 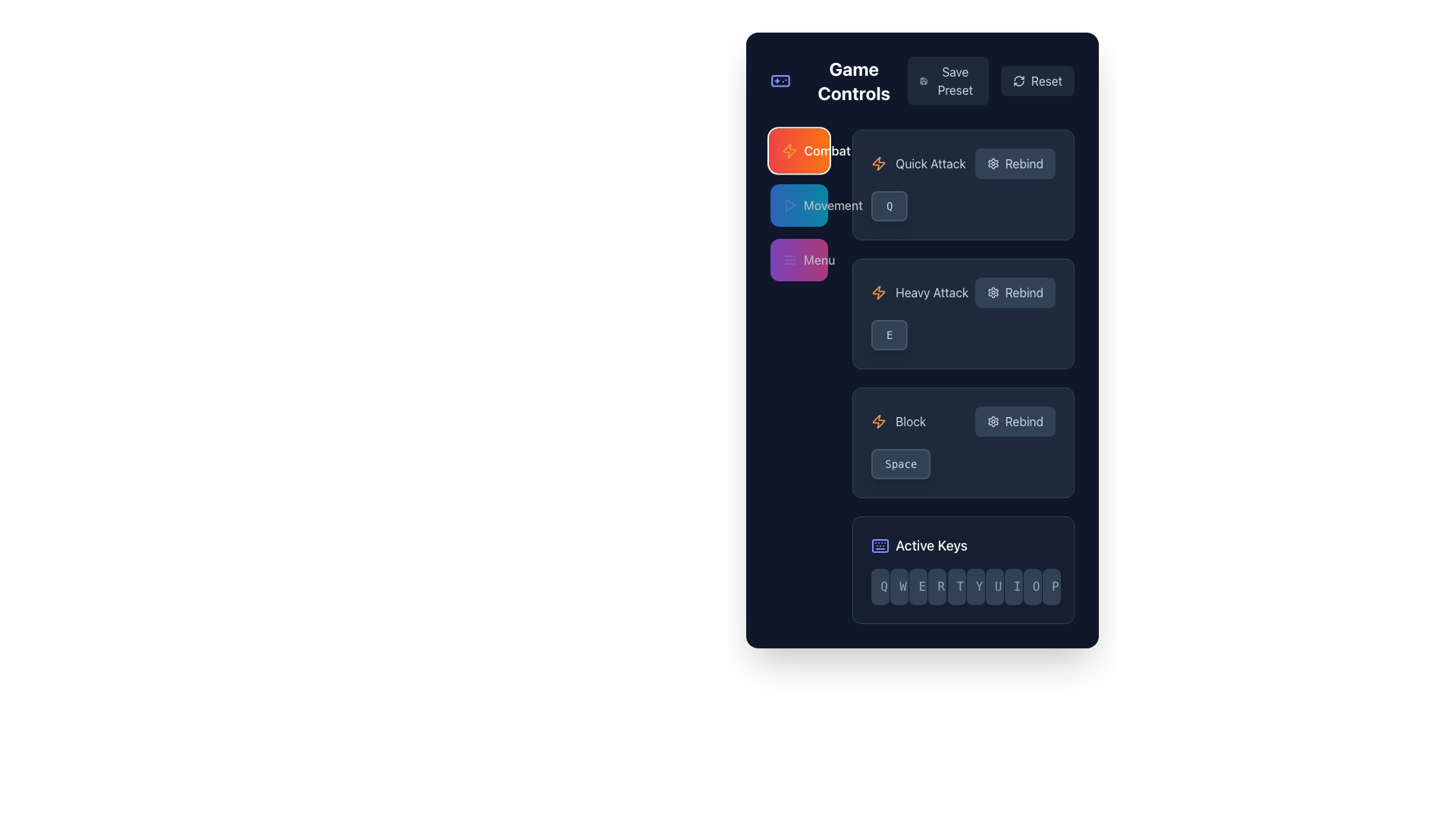 I want to click on the 'Reset' button, which is a rectangular button with rounded corners, dark slate-gray background, and a light gray refresh icon, to observe its hover state effects, so click(x=1037, y=81).